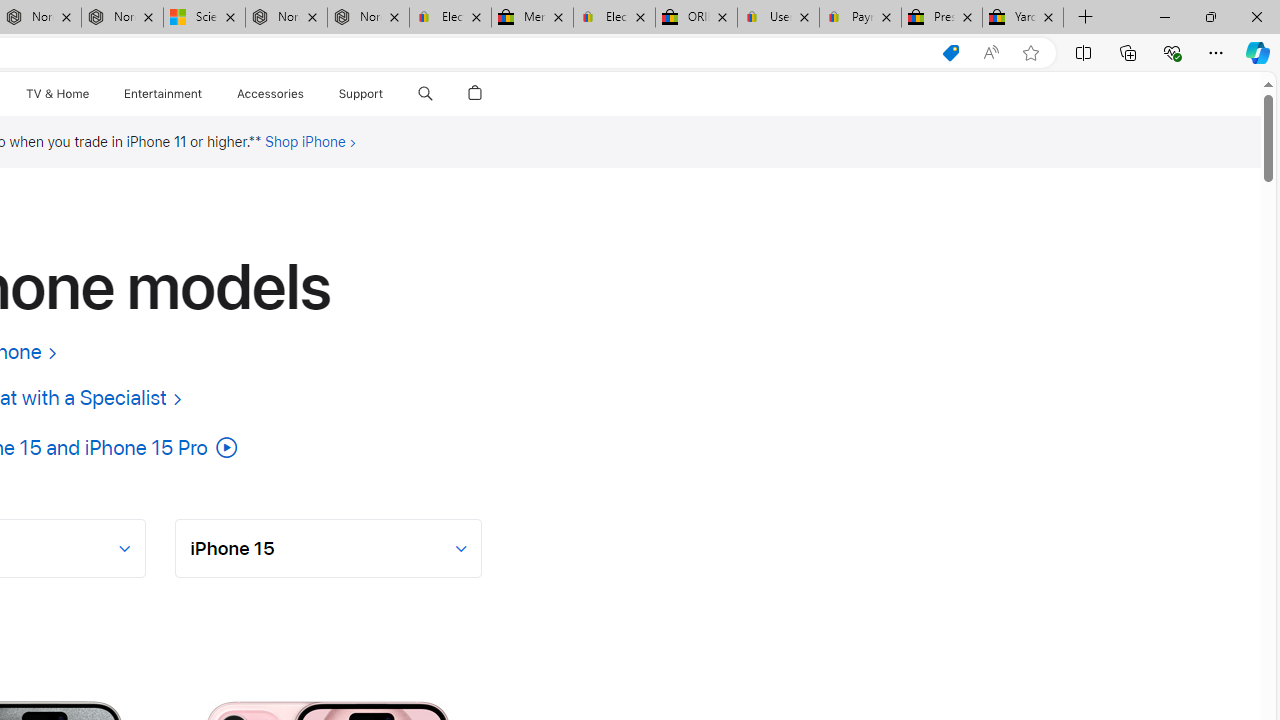 The width and height of the screenshot is (1280, 720). What do you see at coordinates (387, 93) in the screenshot?
I see `'Class: globalnav-submenu-trigger-item'` at bounding box center [387, 93].